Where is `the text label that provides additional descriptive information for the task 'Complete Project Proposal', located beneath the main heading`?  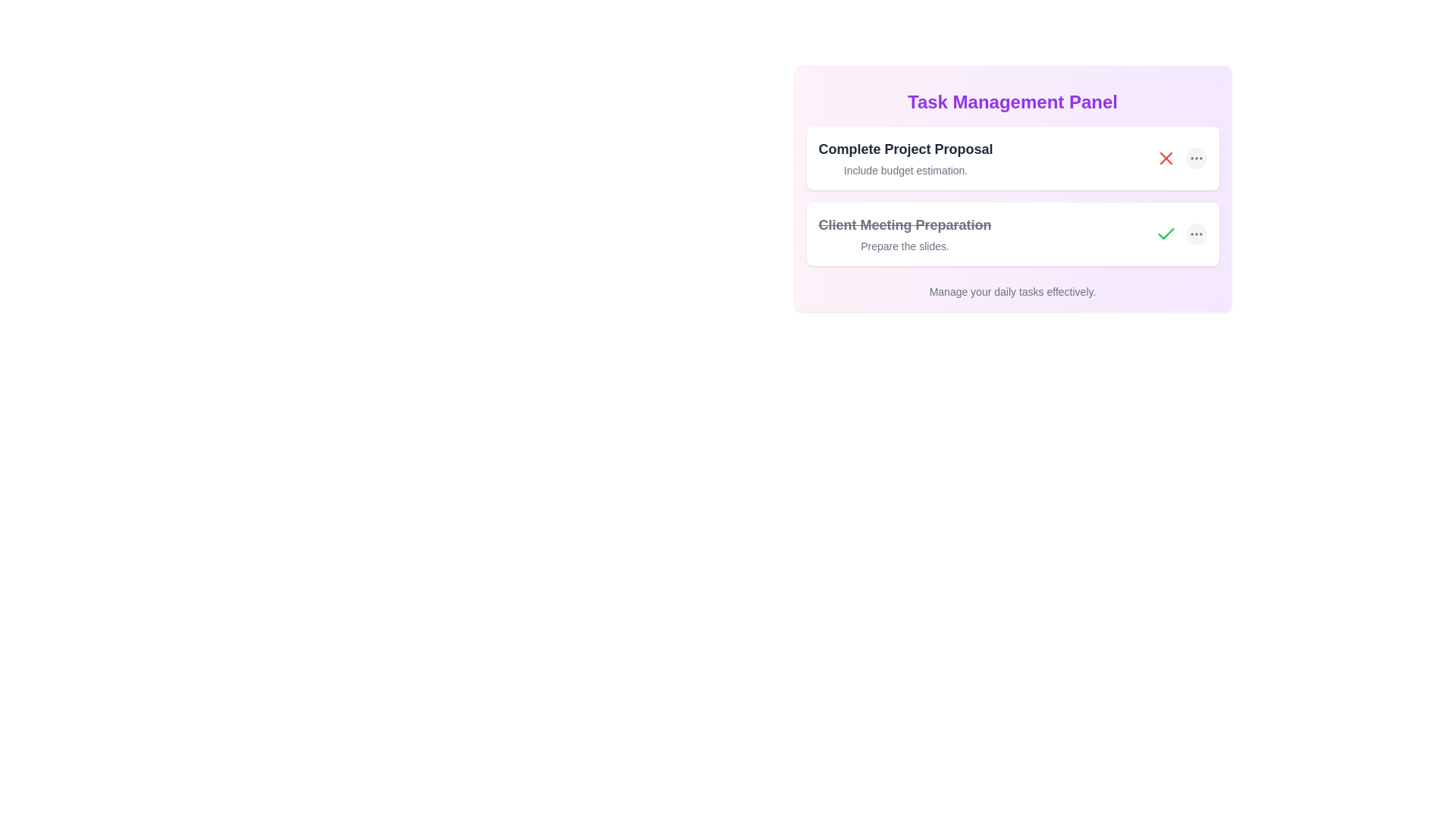
the text label that provides additional descriptive information for the task 'Complete Project Proposal', located beneath the main heading is located at coordinates (905, 170).